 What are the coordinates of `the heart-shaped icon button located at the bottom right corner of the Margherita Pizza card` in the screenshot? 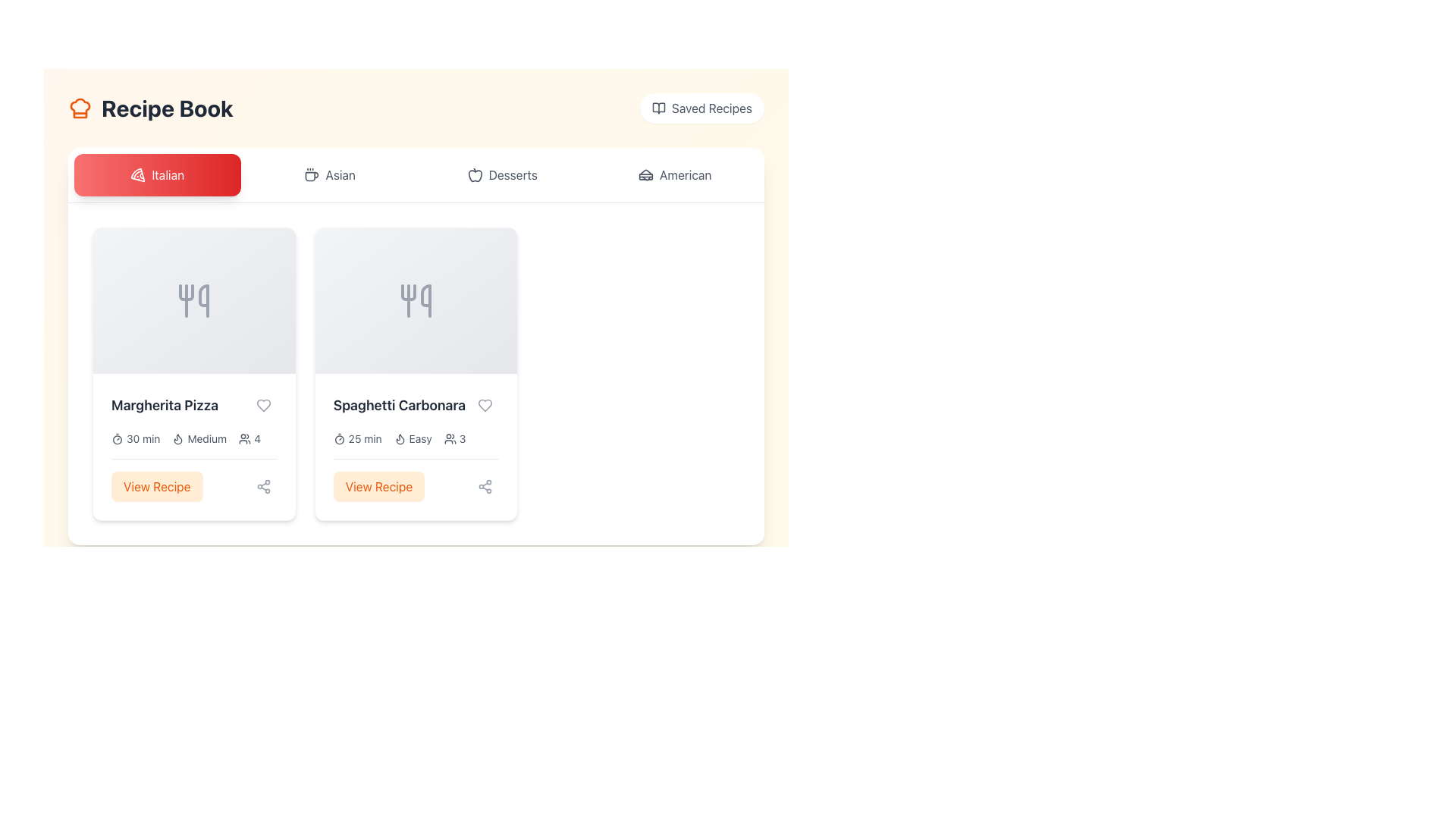 It's located at (263, 405).